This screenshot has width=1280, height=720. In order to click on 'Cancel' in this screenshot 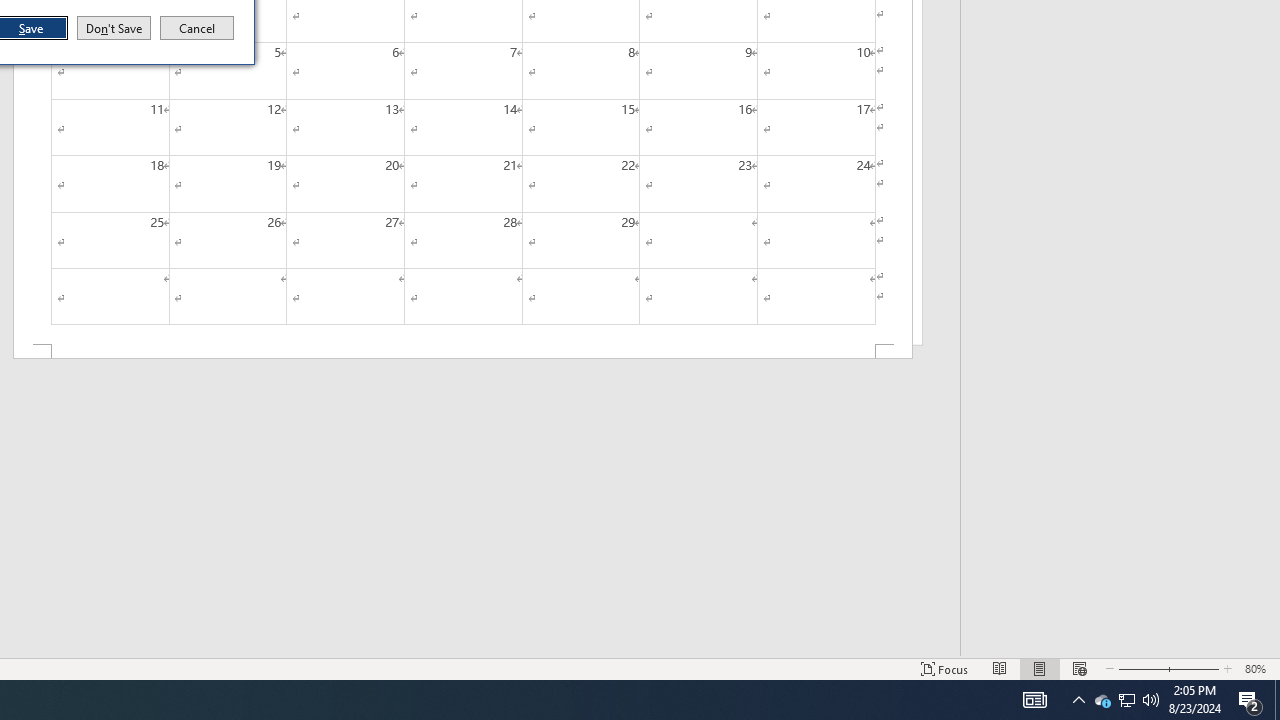, I will do `click(197, 28)`.